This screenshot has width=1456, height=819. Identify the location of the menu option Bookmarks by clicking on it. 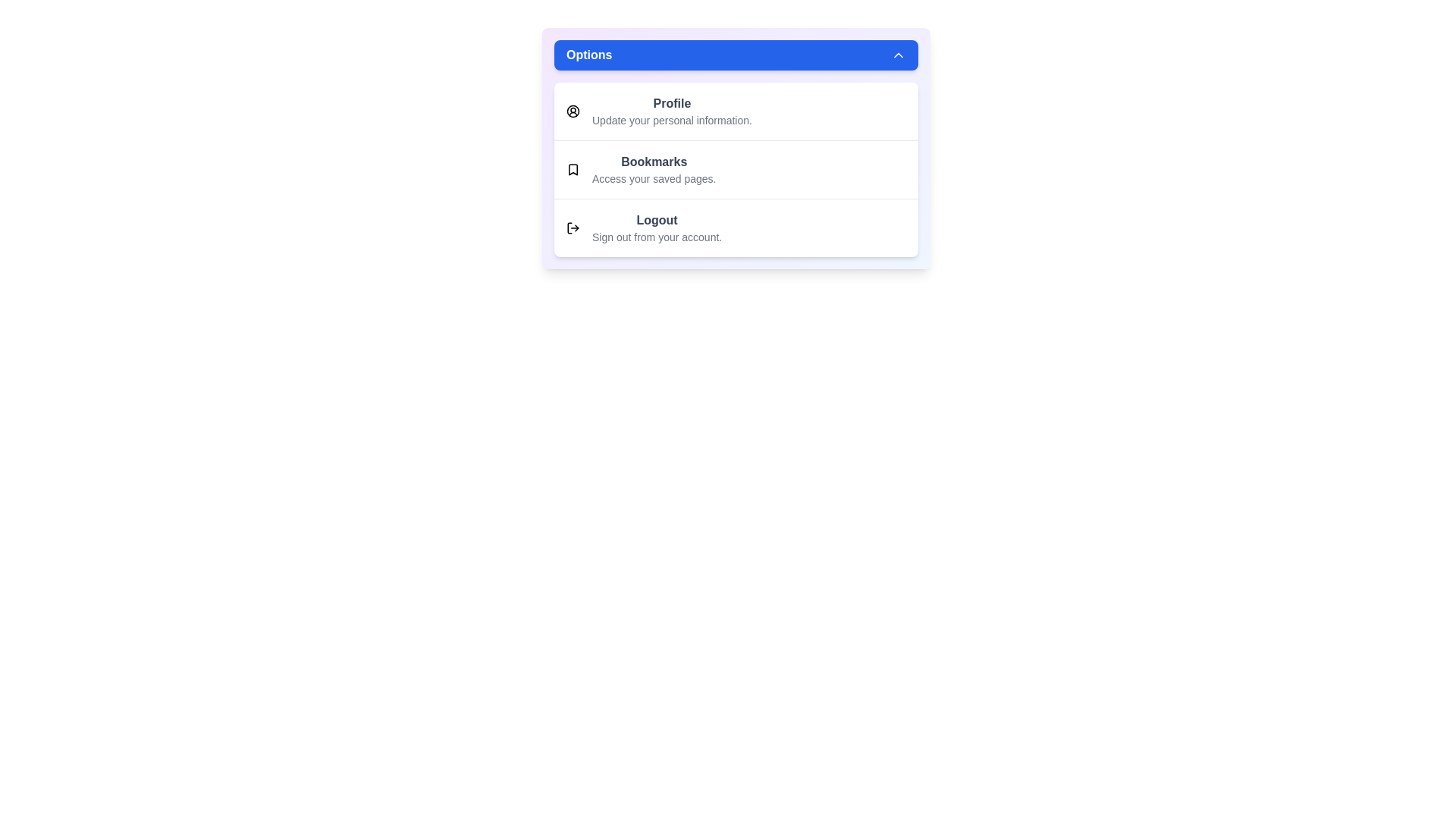
(736, 169).